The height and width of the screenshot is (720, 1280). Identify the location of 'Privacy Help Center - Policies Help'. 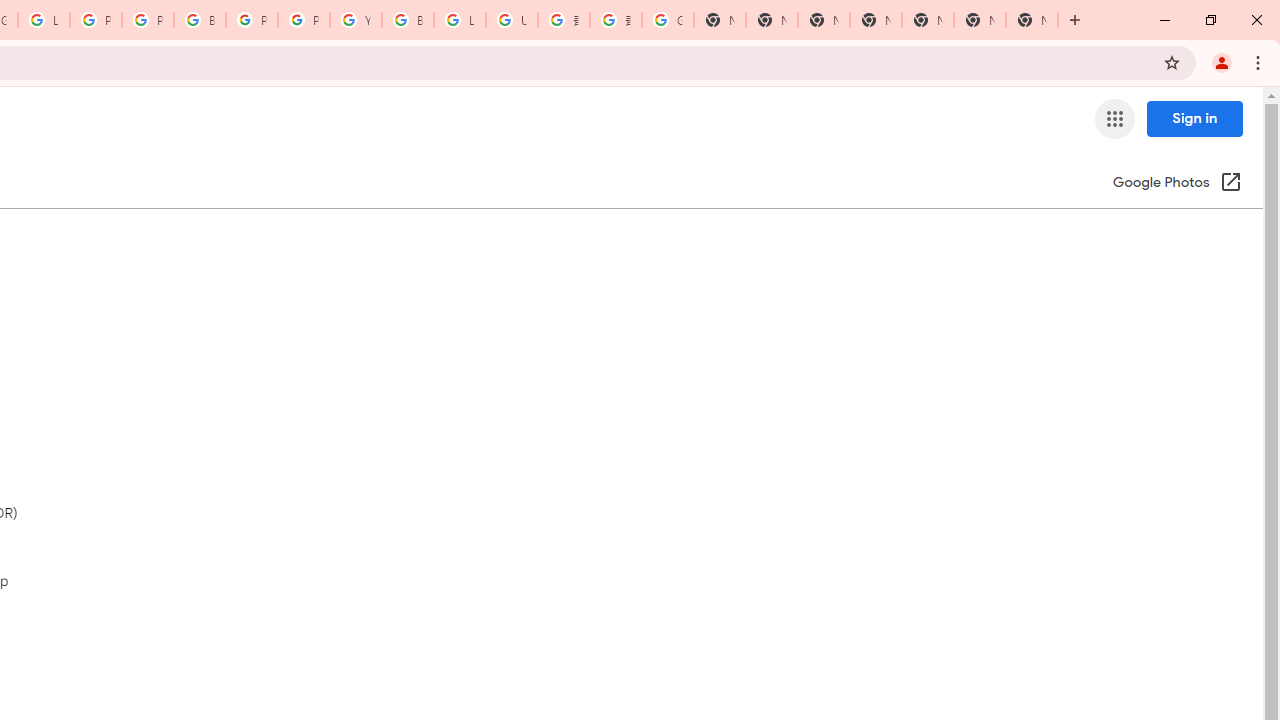
(95, 20).